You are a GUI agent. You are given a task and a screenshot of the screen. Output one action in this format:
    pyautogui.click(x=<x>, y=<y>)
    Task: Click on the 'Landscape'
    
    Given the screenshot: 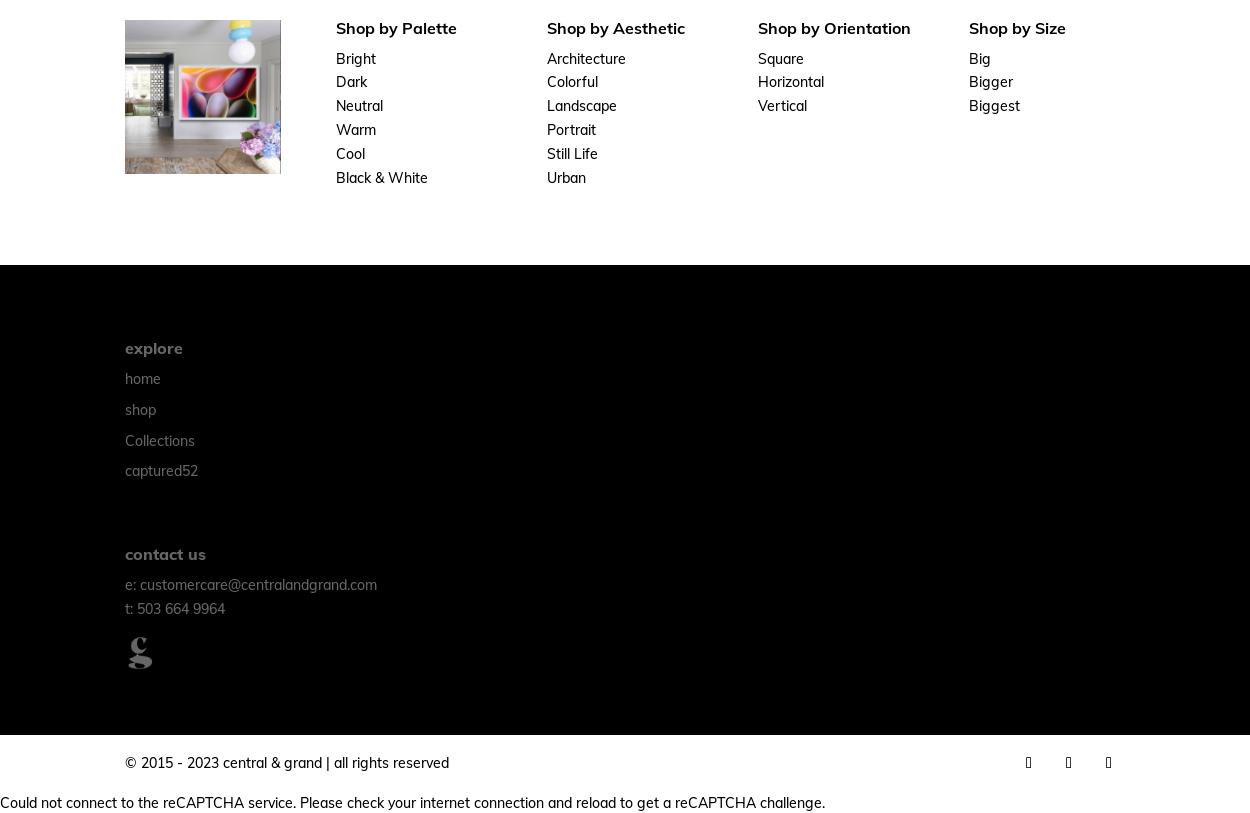 What is the action you would take?
    pyautogui.click(x=581, y=105)
    